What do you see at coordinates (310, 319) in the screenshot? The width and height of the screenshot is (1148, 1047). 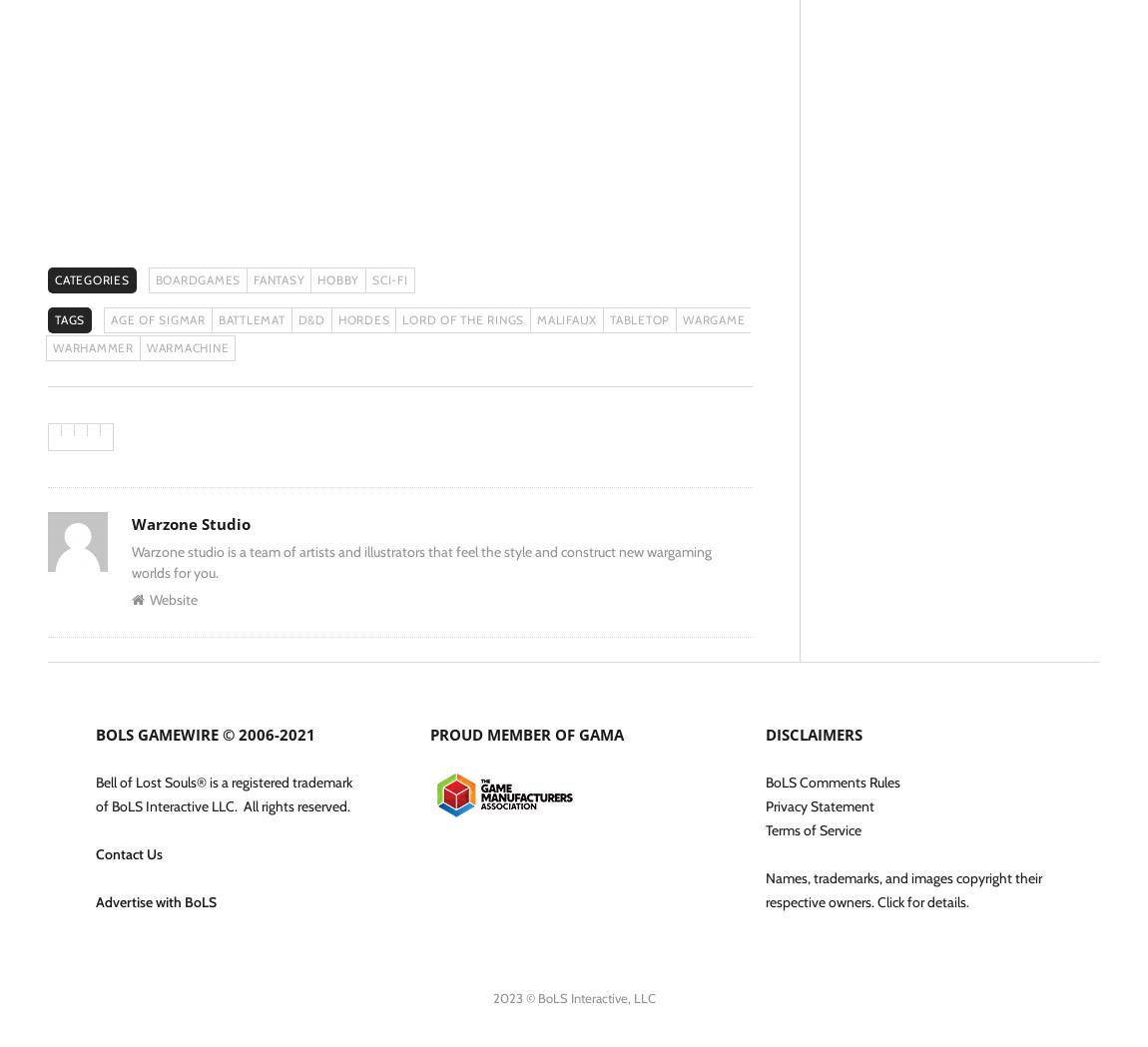 I see `'D&D'` at bounding box center [310, 319].